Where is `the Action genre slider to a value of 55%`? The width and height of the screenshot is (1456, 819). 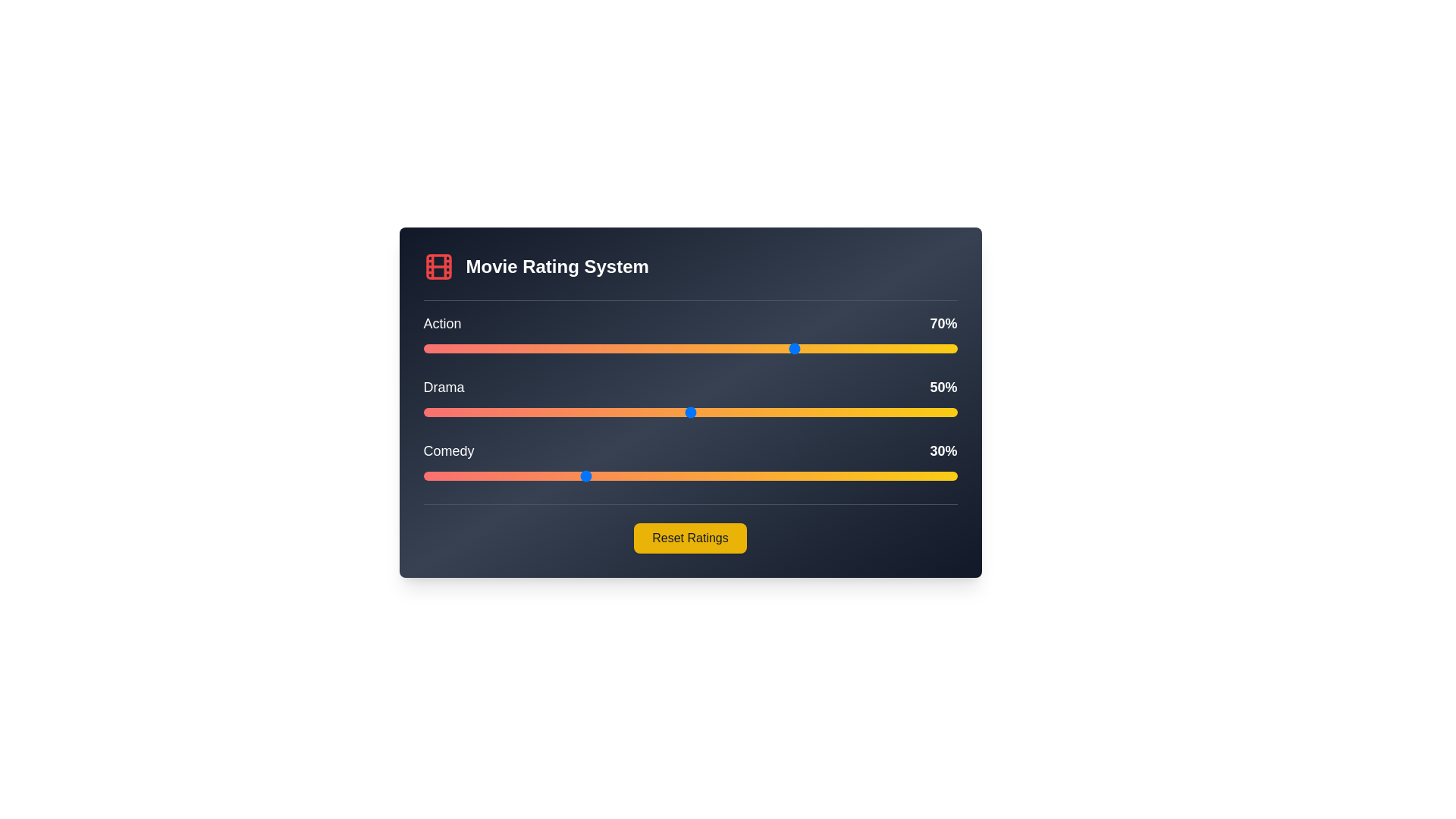
the Action genre slider to a value of 55% is located at coordinates (716, 348).